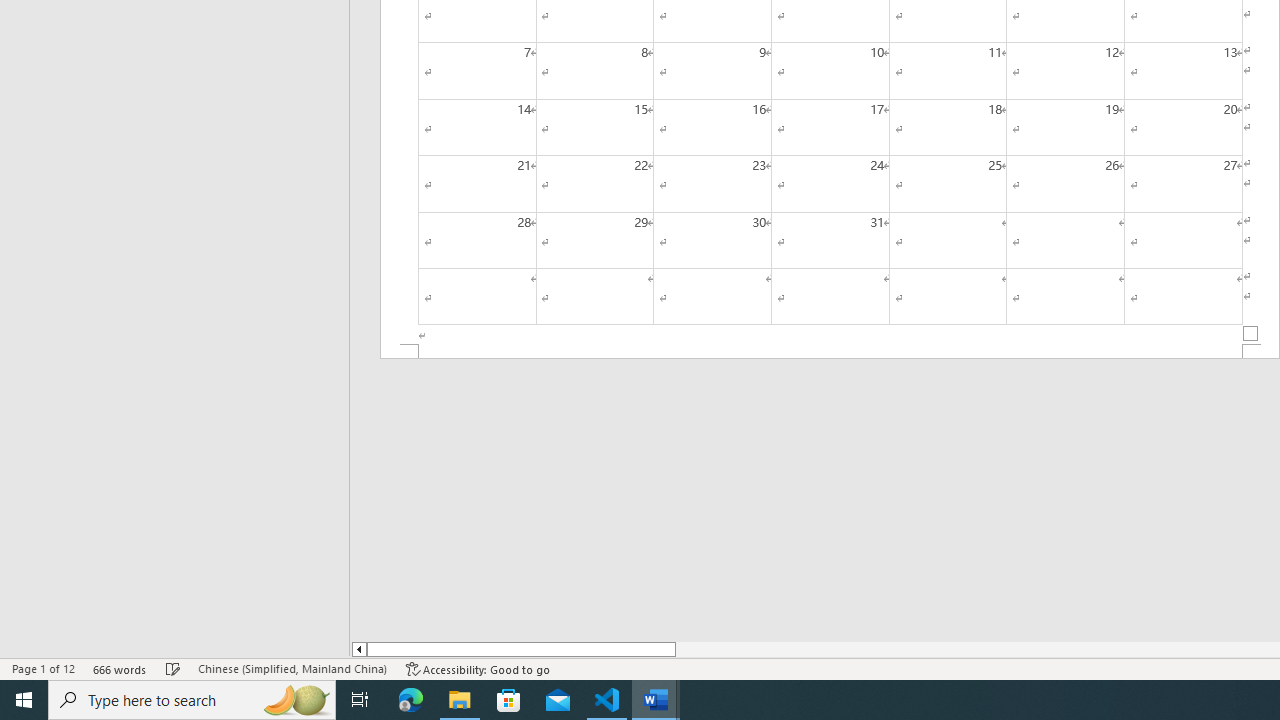 This screenshot has height=720, width=1280. What do you see at coordinates (830, 350) in the screenshot?
I see `'Footer -Section 1-'` at bounding box center [830, 350].